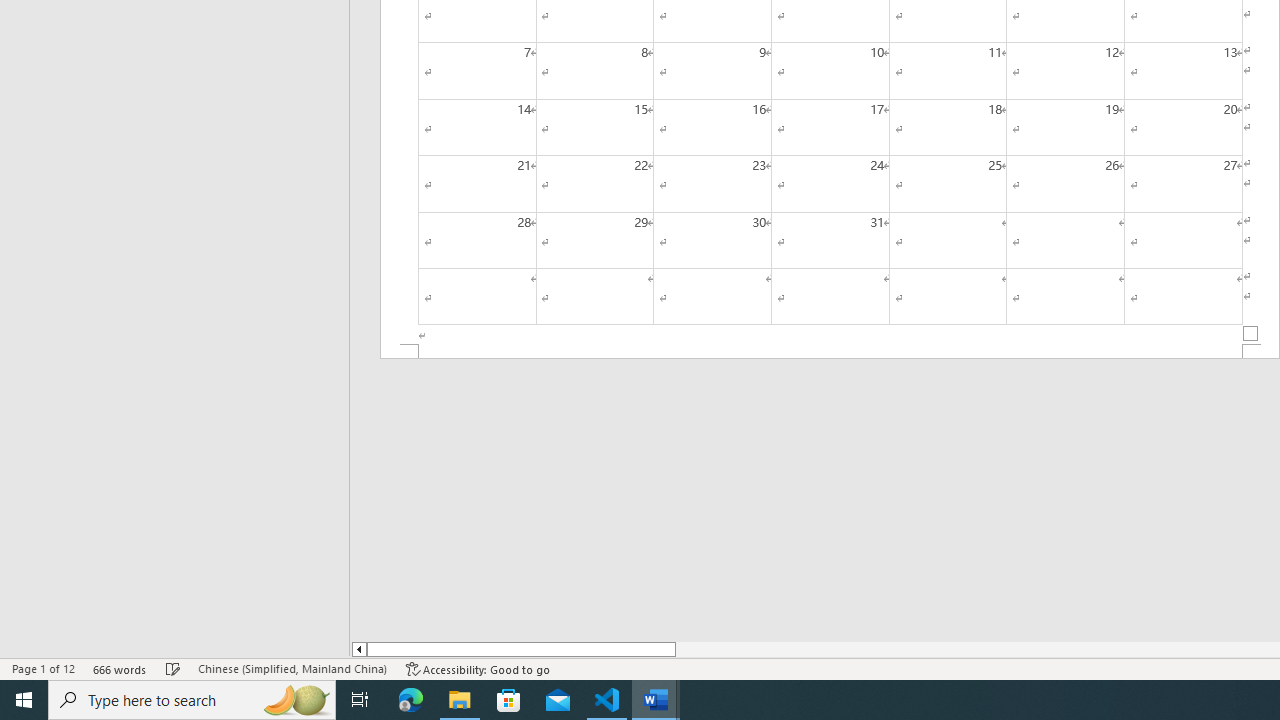 This screenshot has height=720, width=1280. What do you see at coordinates (830, 350) in the screenshot?
I see `'Footer -Section 1-'` at bounding box center [830, 350].